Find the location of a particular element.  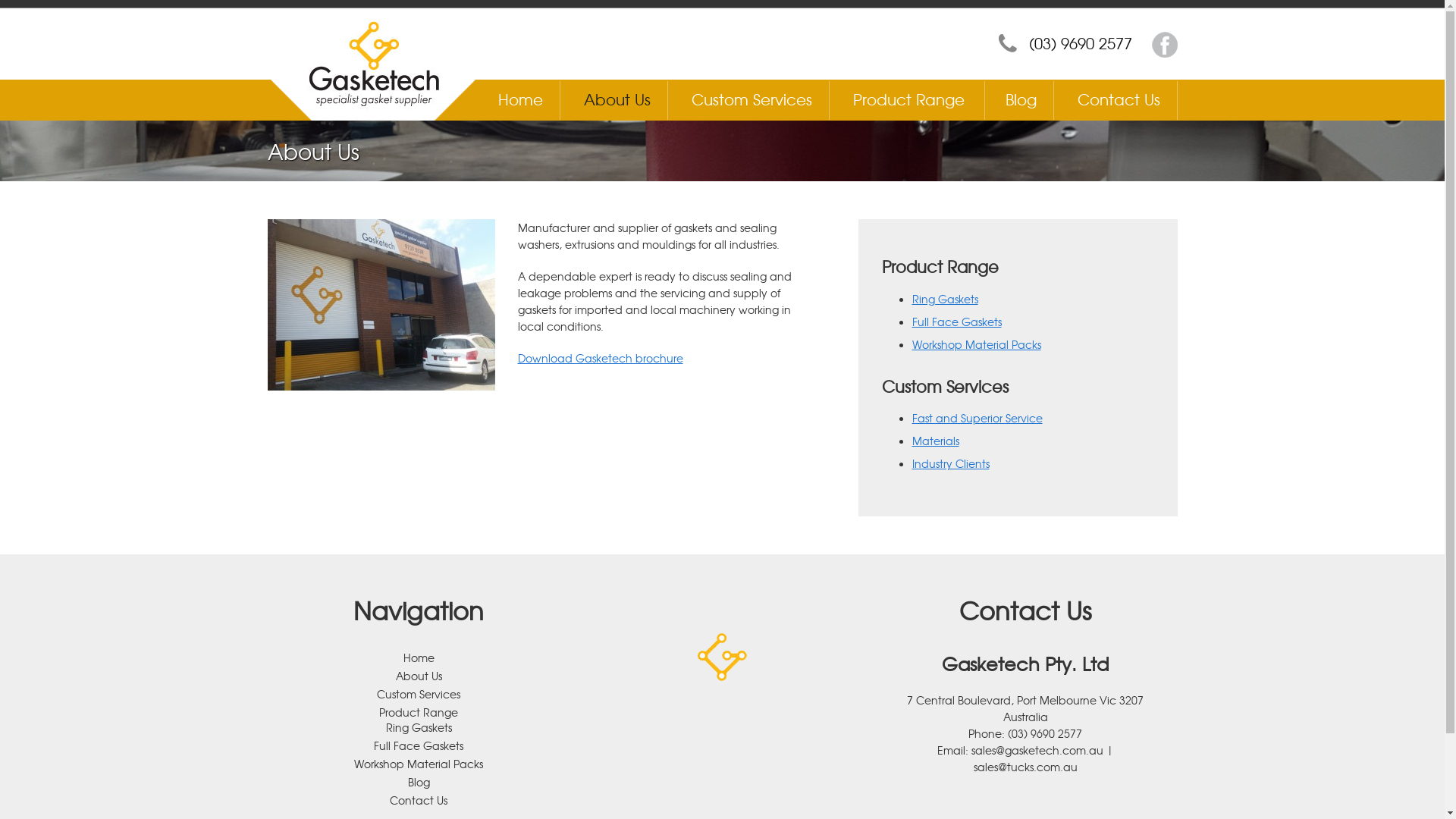

'Custom Services' is located at coordinates (752, 99).